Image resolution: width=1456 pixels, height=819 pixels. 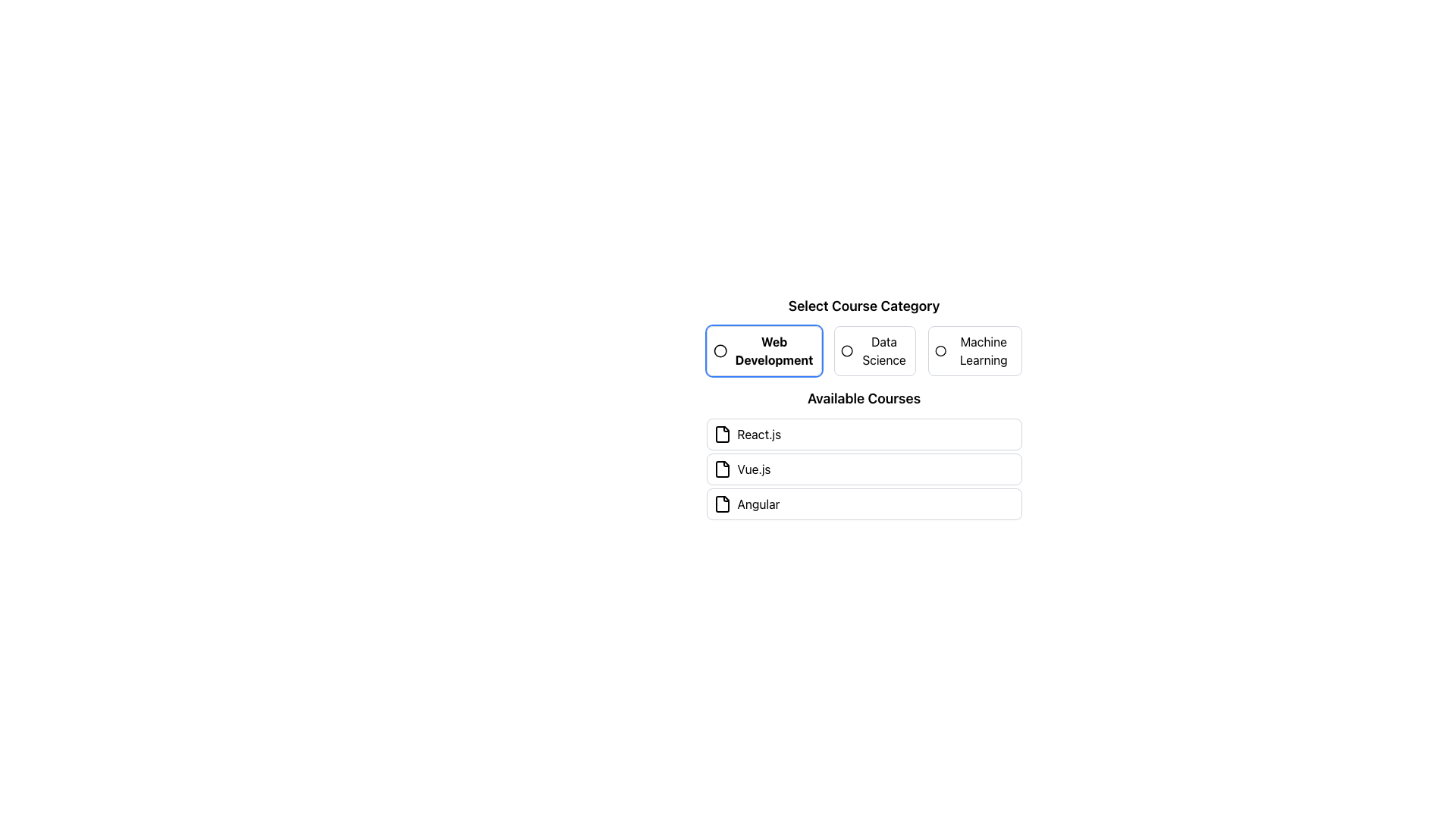 I want to click on the selectable course text label titled 'Vue.js' located in the interactive course box, positioned between 'React.js' and 'Angular' under the 'Available Courses' heading, so click(x=754, y=468).